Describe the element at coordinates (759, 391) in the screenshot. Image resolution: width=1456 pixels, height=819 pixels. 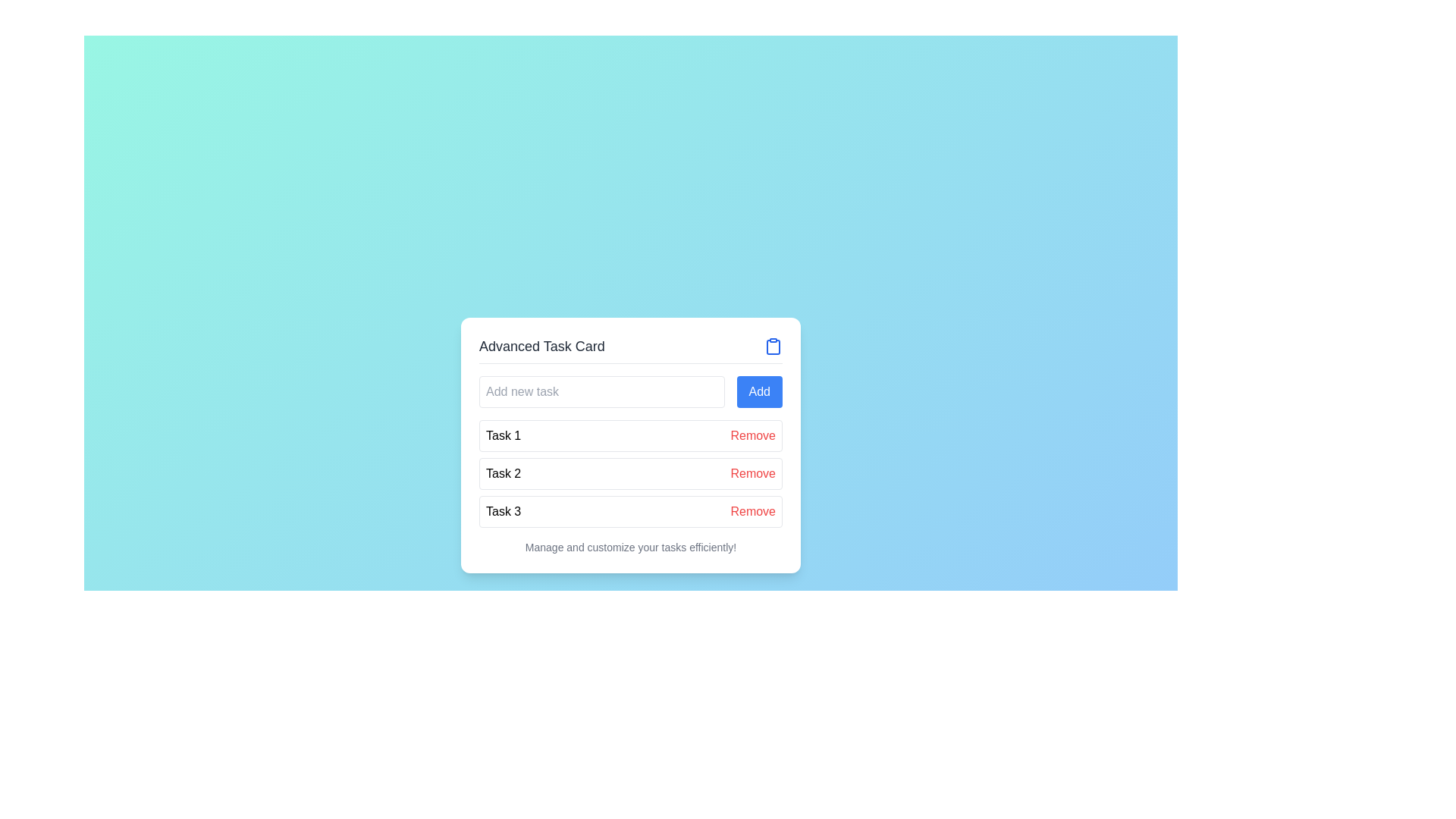
I see `the rectangular blue button labeled 'Add'` at that location.